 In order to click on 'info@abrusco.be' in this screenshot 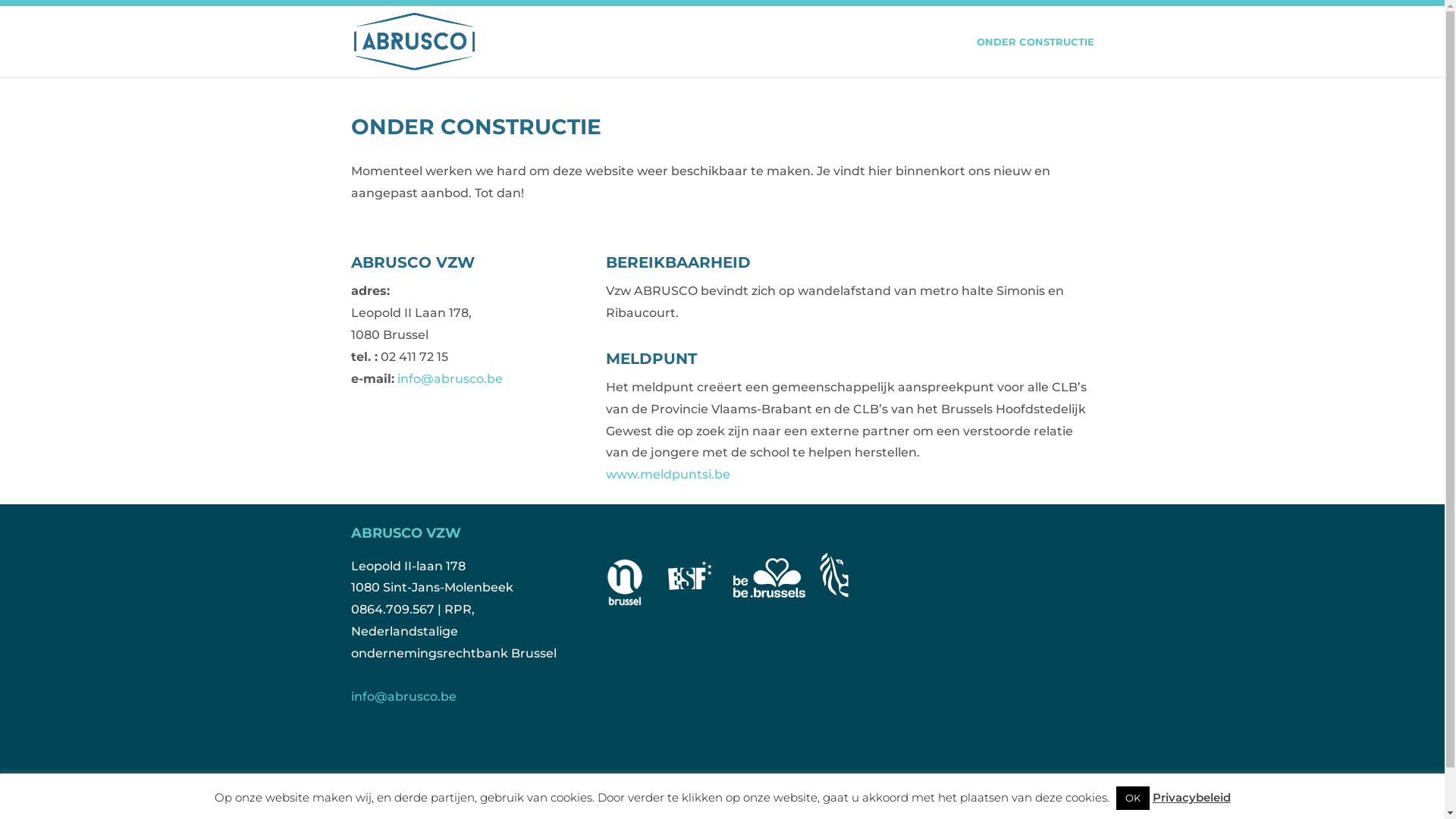, I will do `click(397, 378)`.